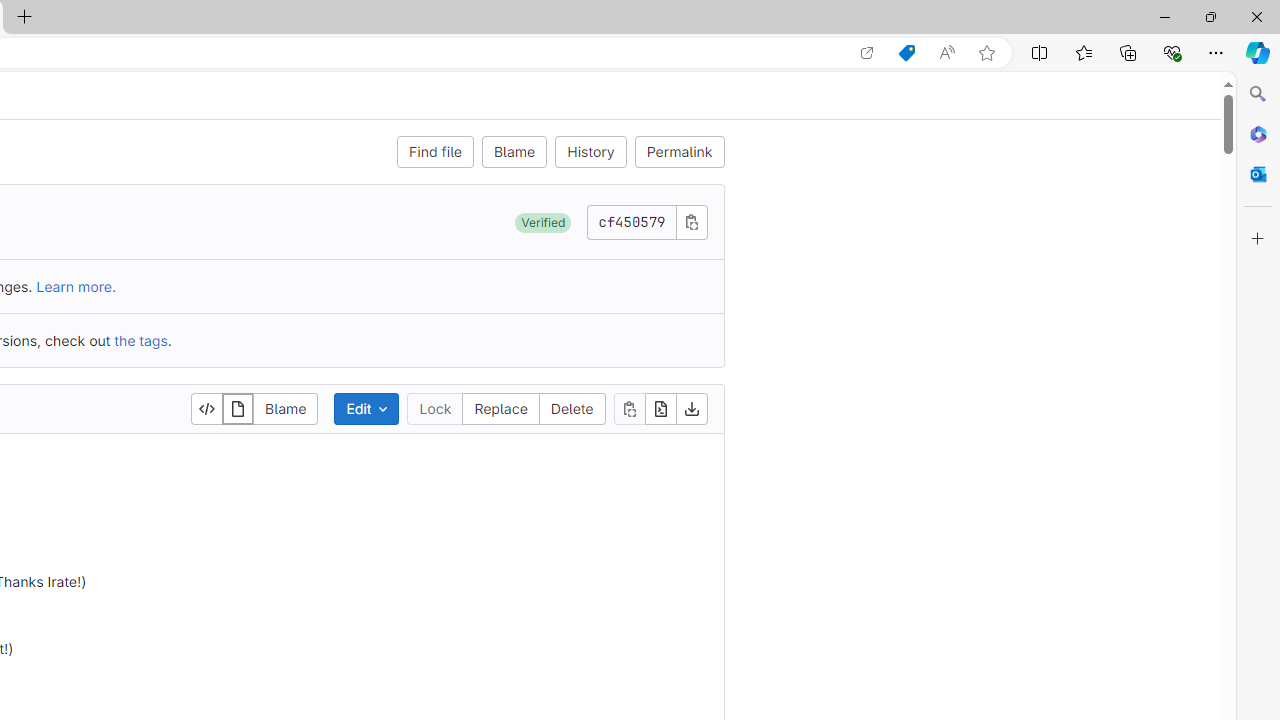  Describe the element at coordinates (691, 221) in the screenshot. I see `'Copy commit SHA'` at that location.